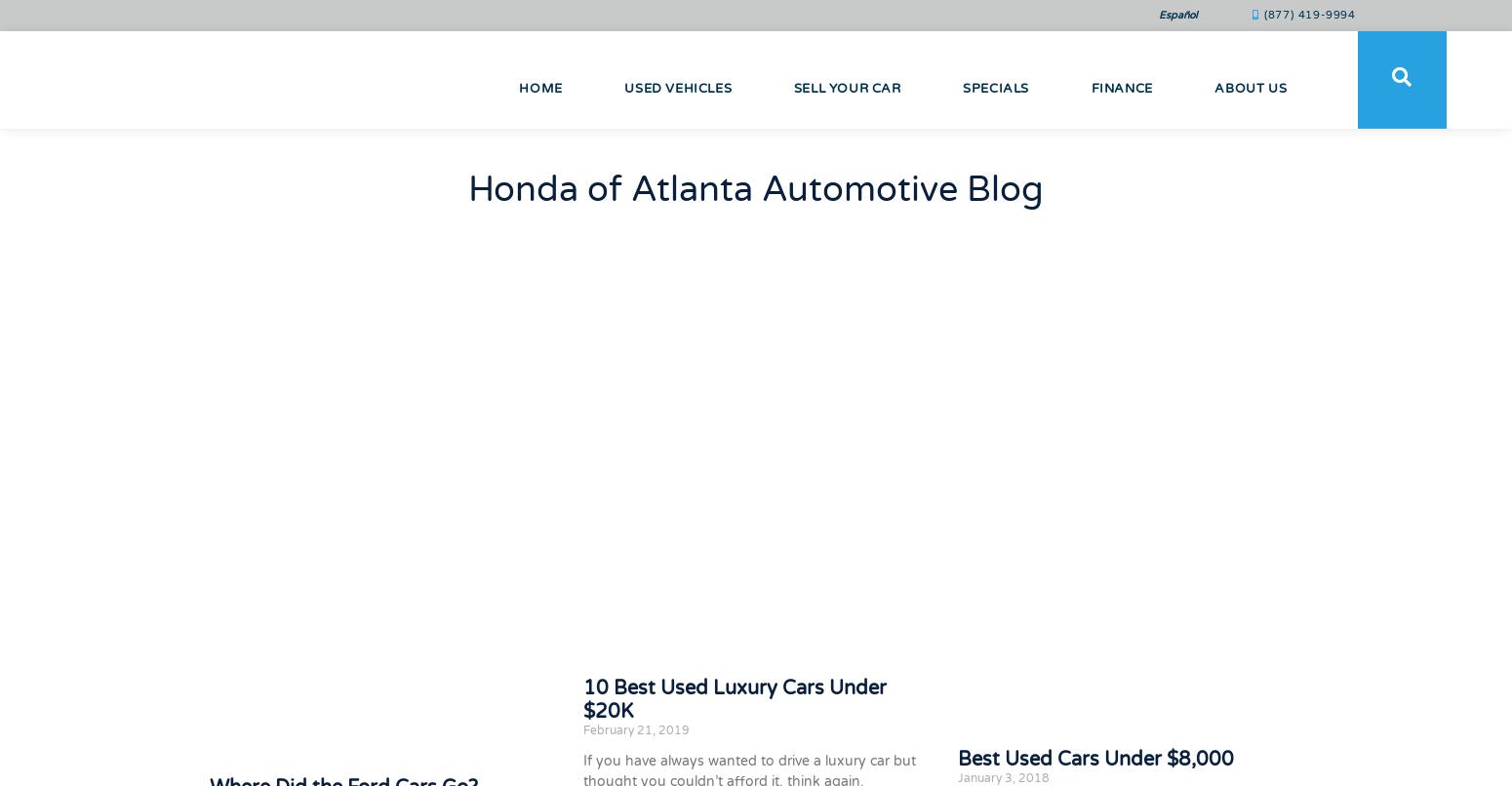 The height and width of the screenshot is (786, 1512). Describe the element at coordinates (582, 727) in the screenshot. I see `'February 21, 2019'` at that location.